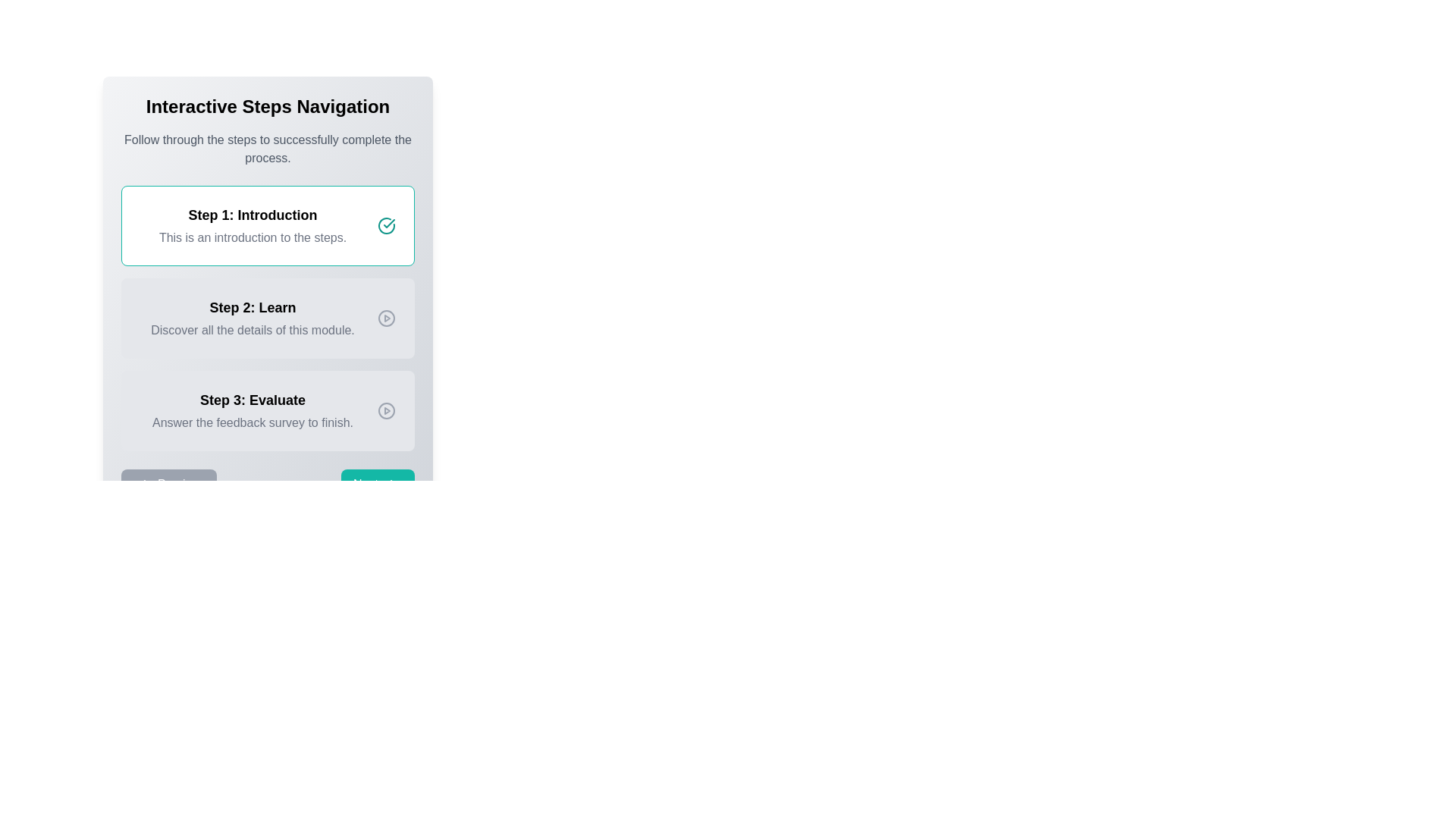 Image resolution: width=1456 pixels, height=819 pixels. I want to click on the circular Play button, which is a gray hollow circle with a rightward triangular play symbol, located in the 'Step 2: Learn' section of the interactive steps navigation panel, so click(386, 318).